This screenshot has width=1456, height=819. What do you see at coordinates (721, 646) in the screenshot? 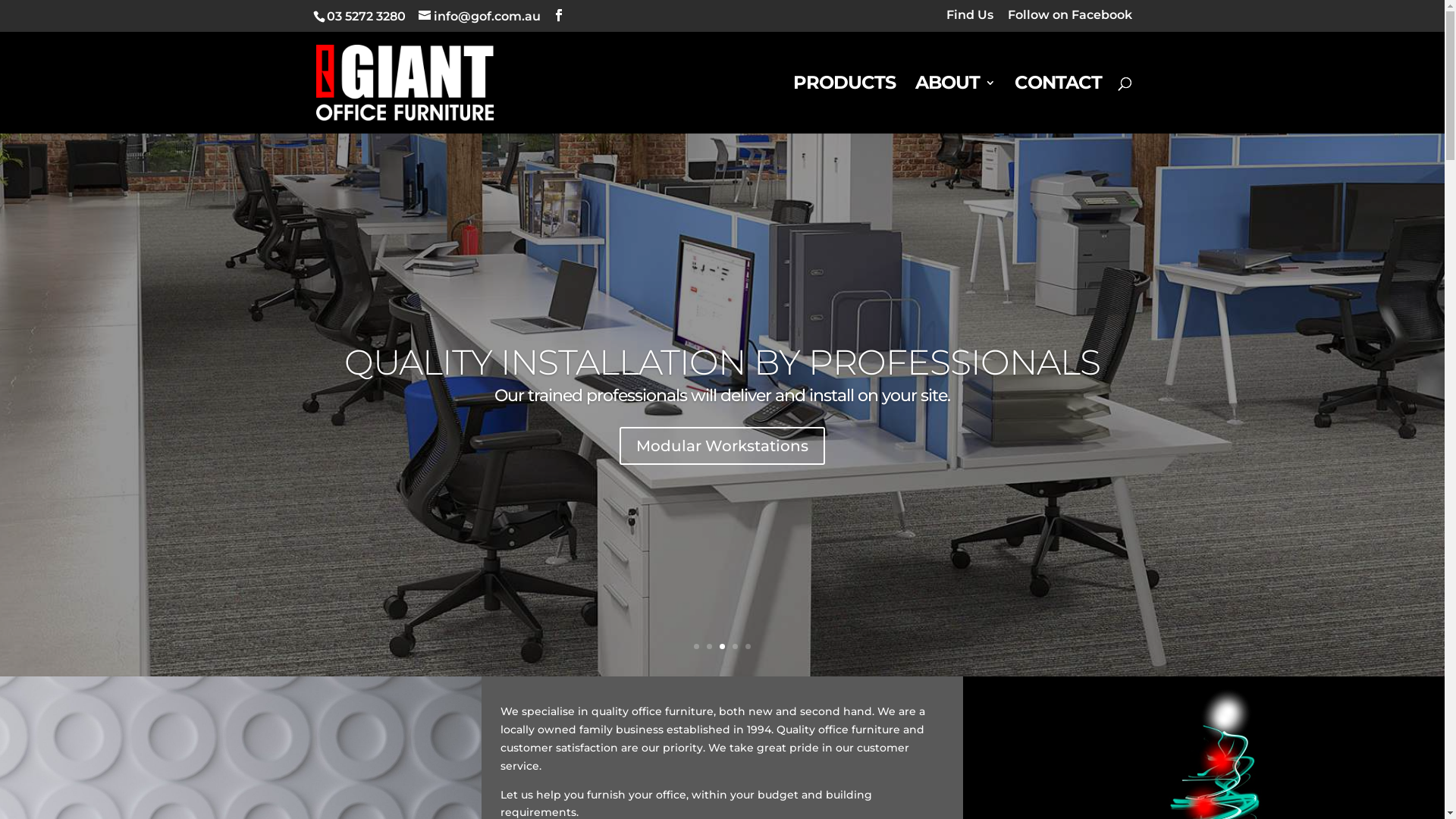
I see `'3'` at bounding box center [721, 646].